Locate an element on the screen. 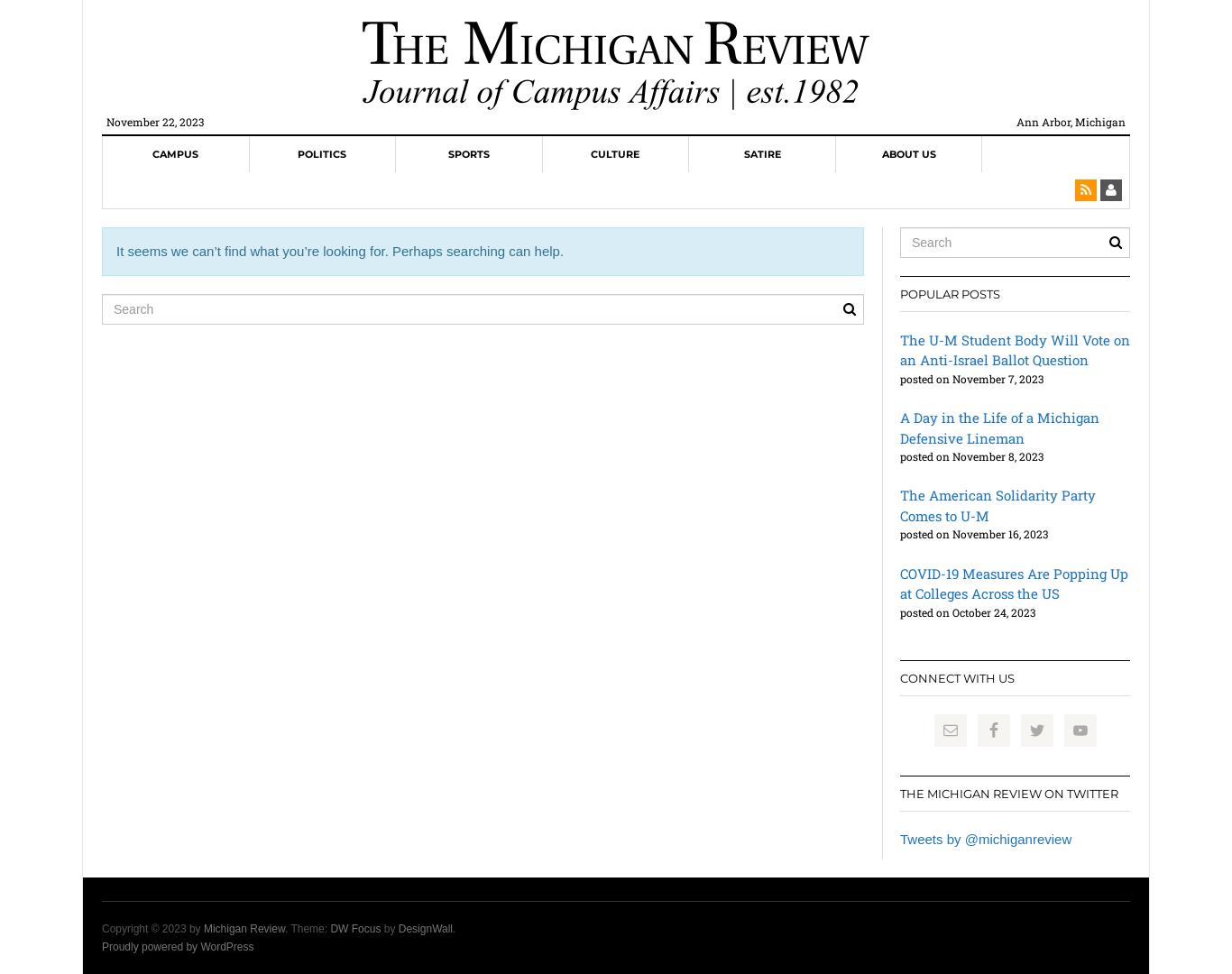 The width and height of the screenshot is (1232, 974). 'Satire' is located at coordinates (760, 152).